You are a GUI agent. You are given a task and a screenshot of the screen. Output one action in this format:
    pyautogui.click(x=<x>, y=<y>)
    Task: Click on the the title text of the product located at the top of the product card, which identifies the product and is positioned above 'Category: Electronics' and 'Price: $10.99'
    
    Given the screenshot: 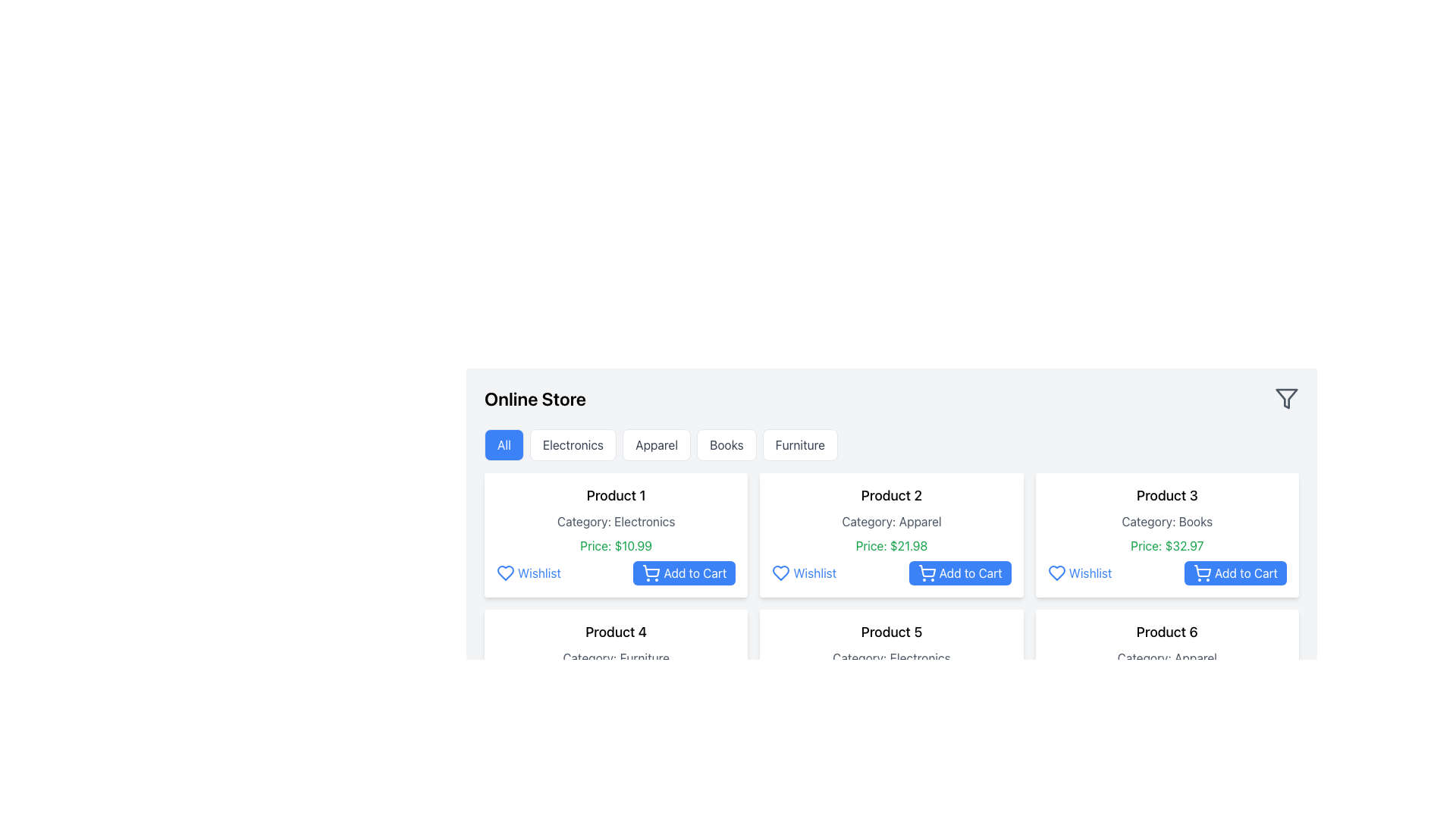 What is the action you would take?
    pyautogui.click(x=616, y=496)
    